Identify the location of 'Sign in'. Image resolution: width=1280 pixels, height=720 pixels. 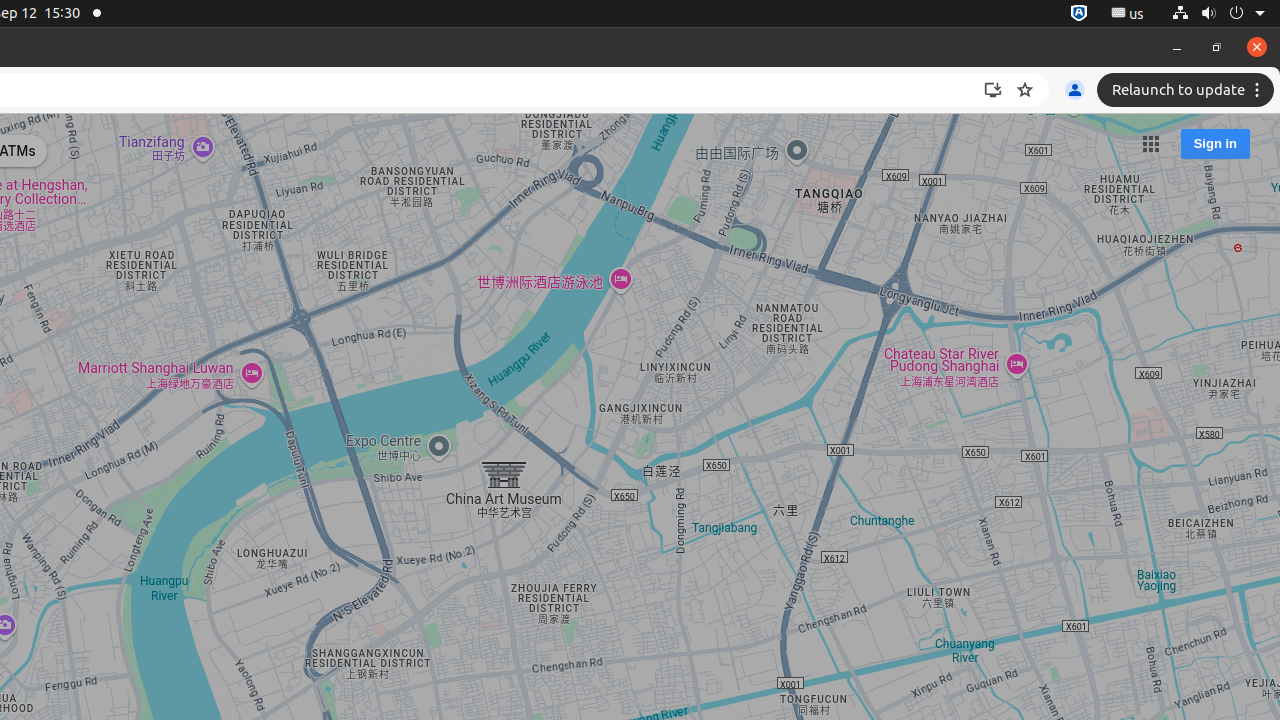
(1213, 142).